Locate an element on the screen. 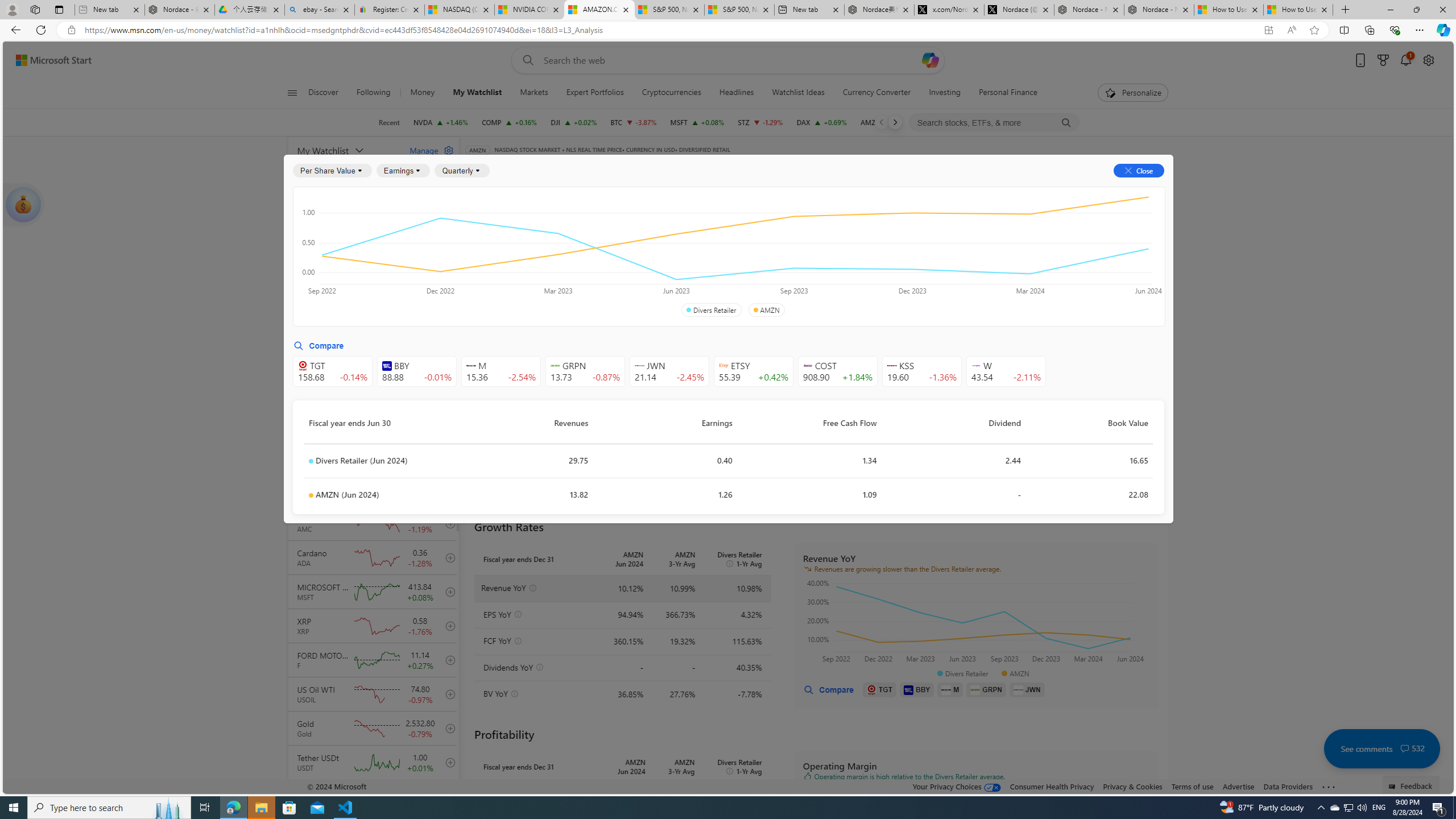 This screenshot has height=819, width=1456. 'Privacy & Cookies' is located at coordinates (1131, 786).